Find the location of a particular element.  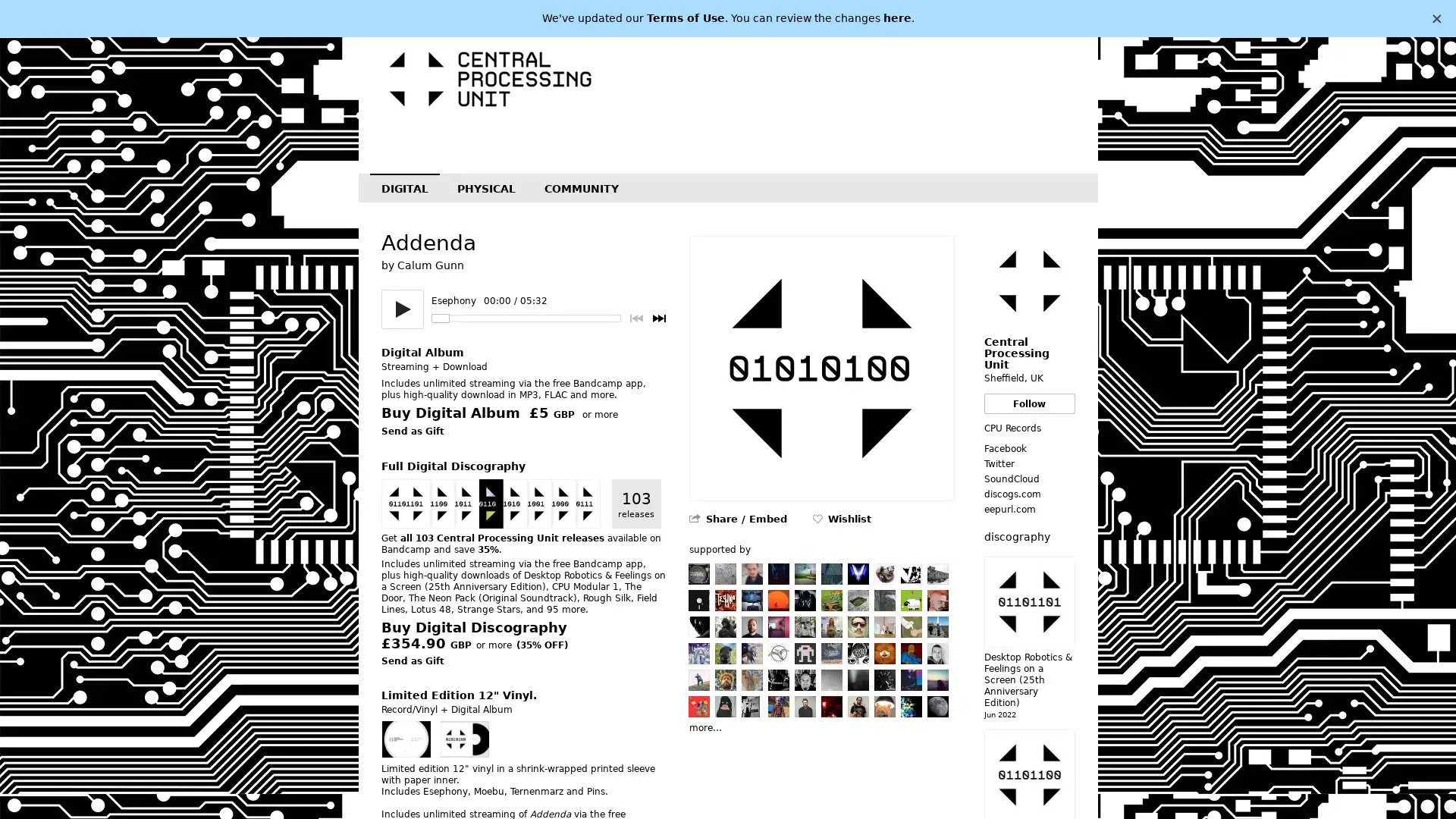

Buy Digital Album is located at coordinates (449, 413).